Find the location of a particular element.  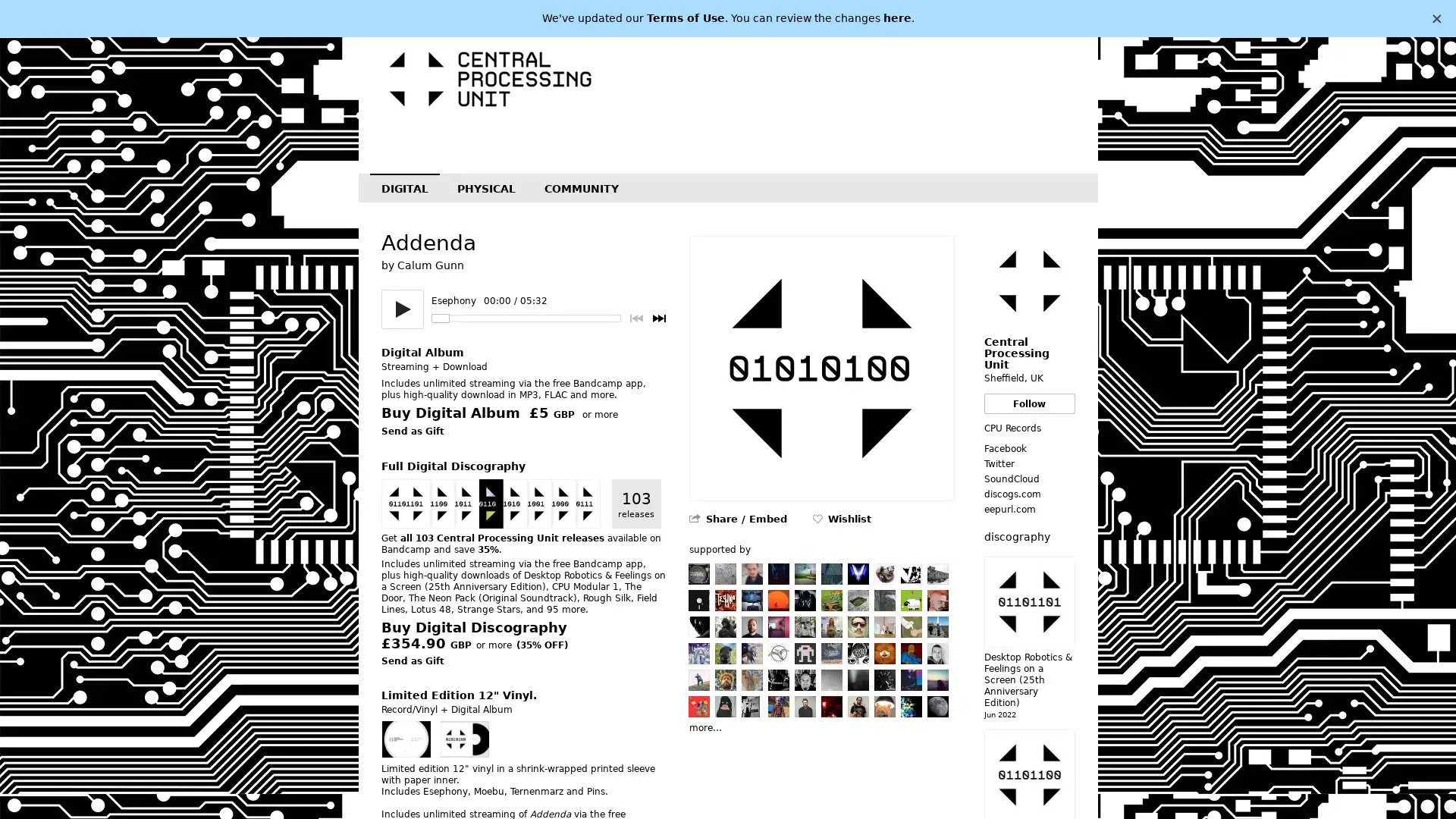

Buy Digital Album is located at coordinates (449, 413).